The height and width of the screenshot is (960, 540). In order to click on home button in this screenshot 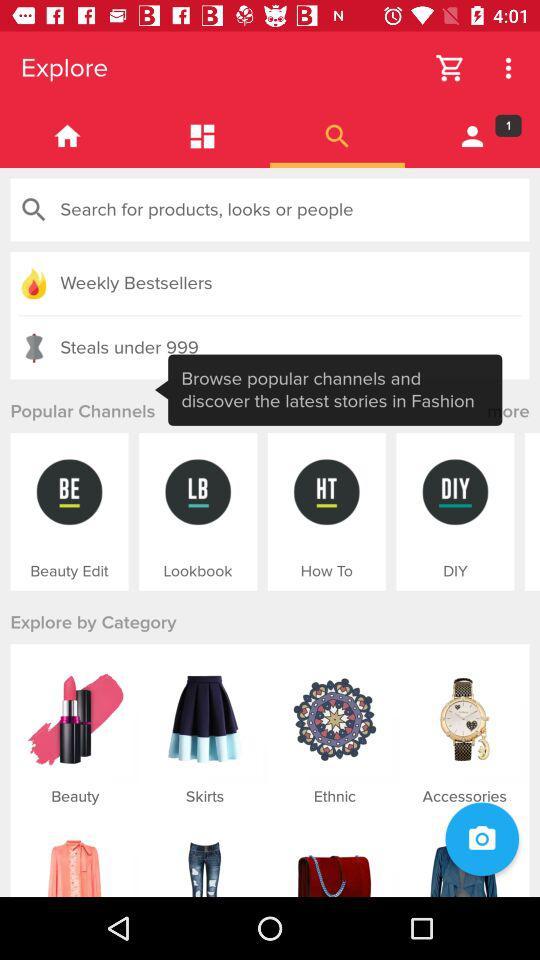, I will do `click(67, 135)`.